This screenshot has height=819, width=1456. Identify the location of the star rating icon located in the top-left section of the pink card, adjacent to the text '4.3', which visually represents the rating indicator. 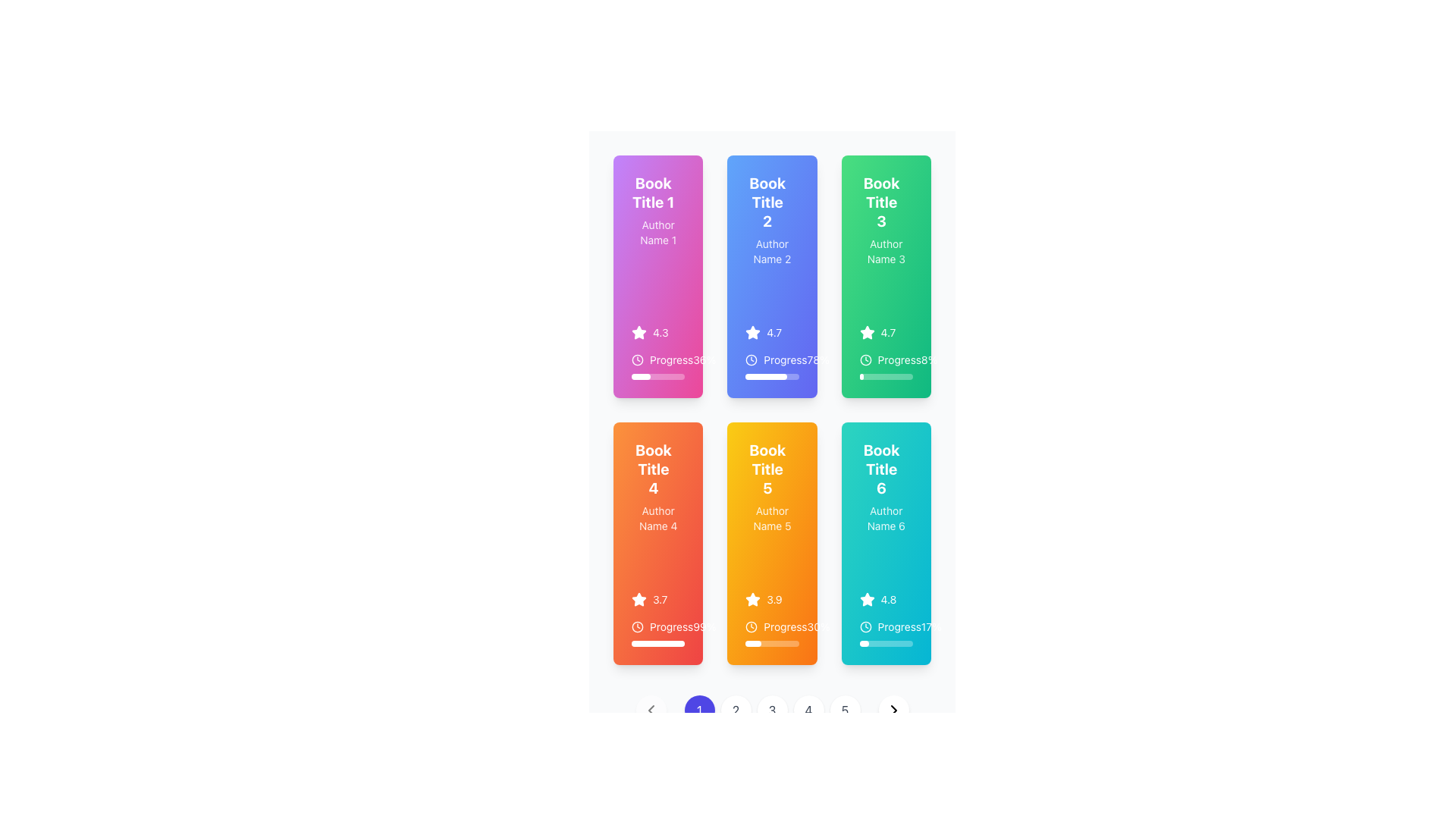
(639, 332).